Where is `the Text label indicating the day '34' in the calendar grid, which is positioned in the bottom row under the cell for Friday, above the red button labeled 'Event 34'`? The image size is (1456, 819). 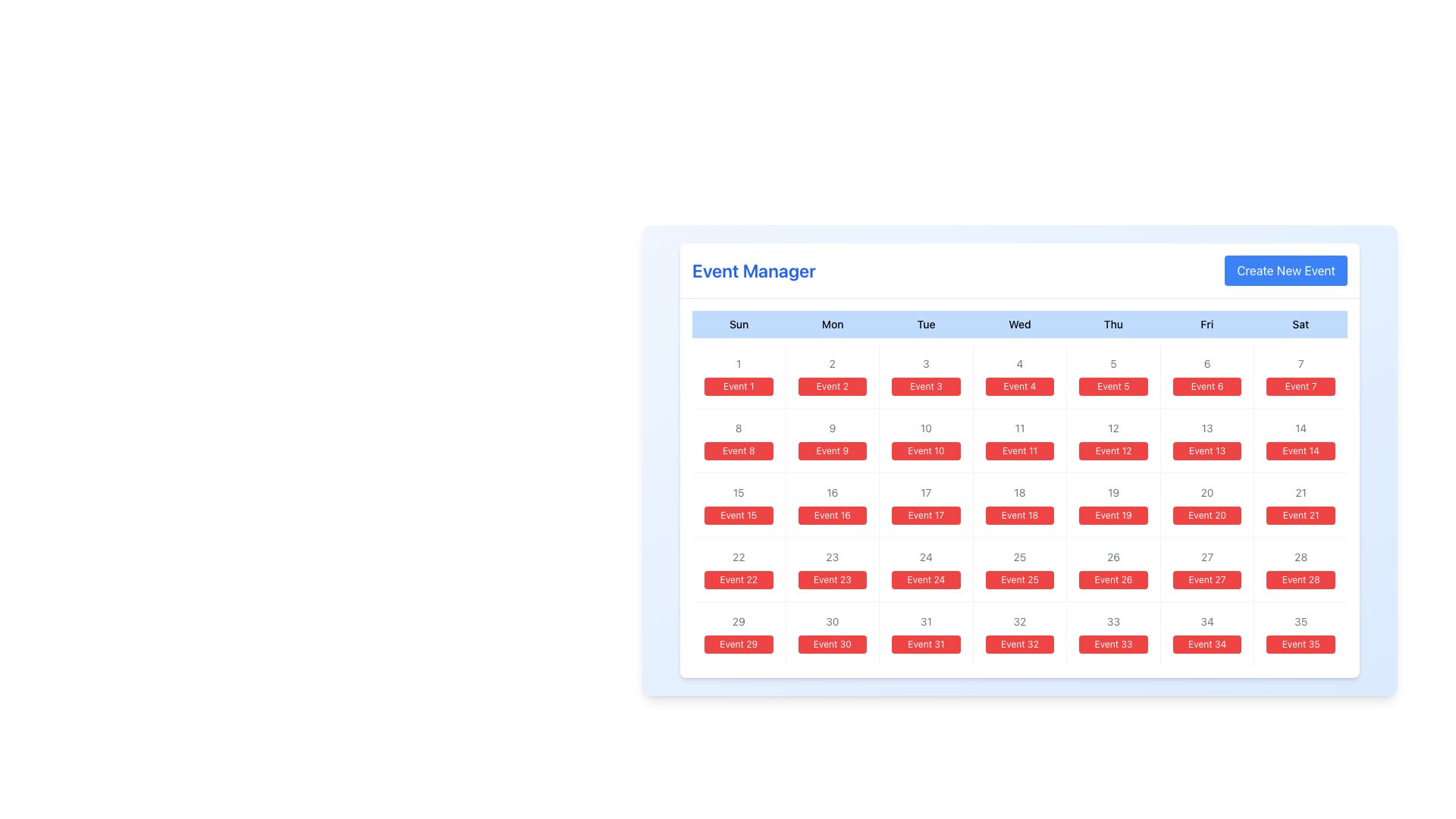
the Text label indicating the day '34' in the calendar grid, which is positioned in the bottom row under the cell for Friday, above the red button labeled 'Event 34' is located at coordinates (1207, 622).